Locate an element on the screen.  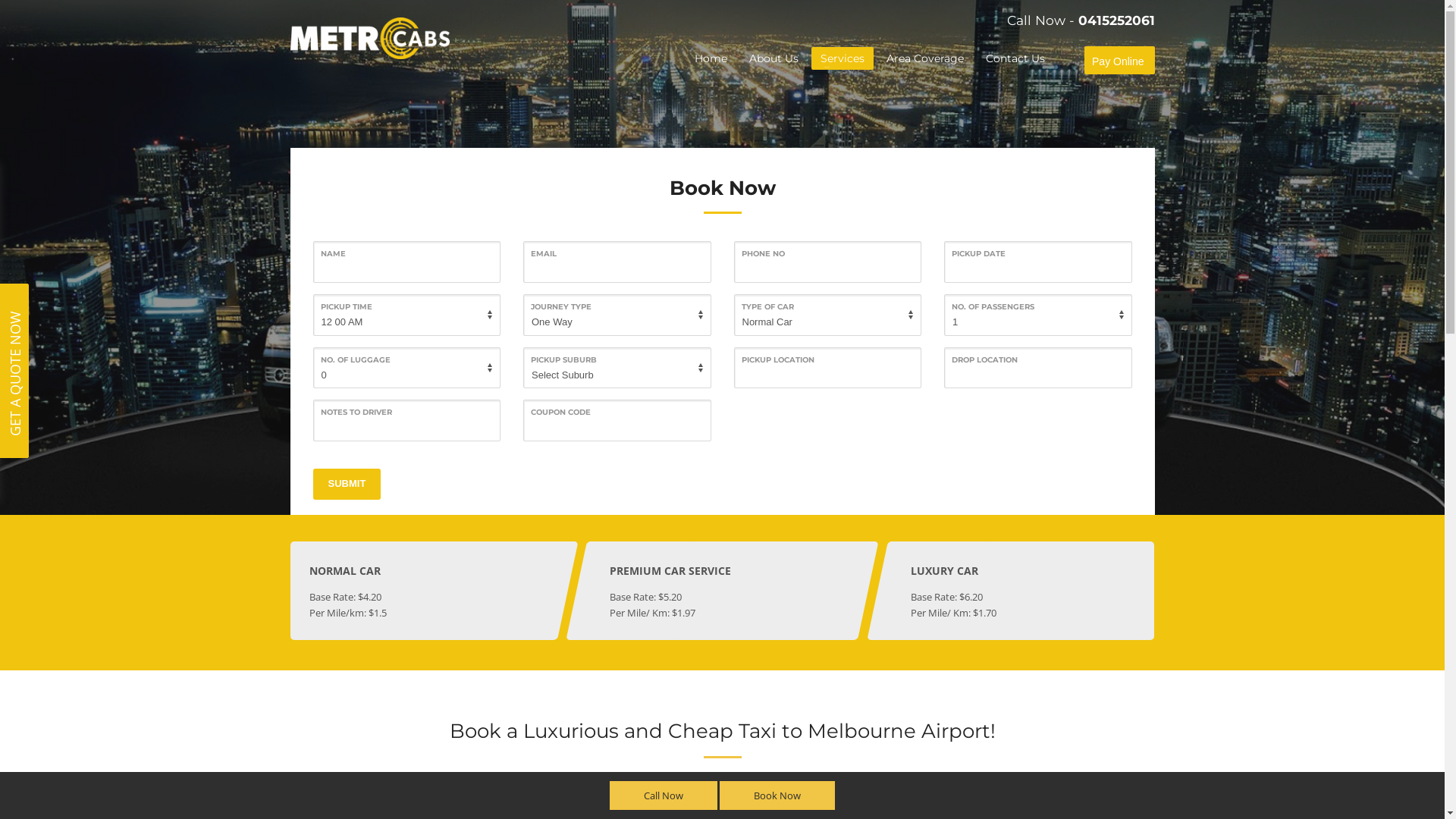
'About Us' is located at coordinates (773, 58).